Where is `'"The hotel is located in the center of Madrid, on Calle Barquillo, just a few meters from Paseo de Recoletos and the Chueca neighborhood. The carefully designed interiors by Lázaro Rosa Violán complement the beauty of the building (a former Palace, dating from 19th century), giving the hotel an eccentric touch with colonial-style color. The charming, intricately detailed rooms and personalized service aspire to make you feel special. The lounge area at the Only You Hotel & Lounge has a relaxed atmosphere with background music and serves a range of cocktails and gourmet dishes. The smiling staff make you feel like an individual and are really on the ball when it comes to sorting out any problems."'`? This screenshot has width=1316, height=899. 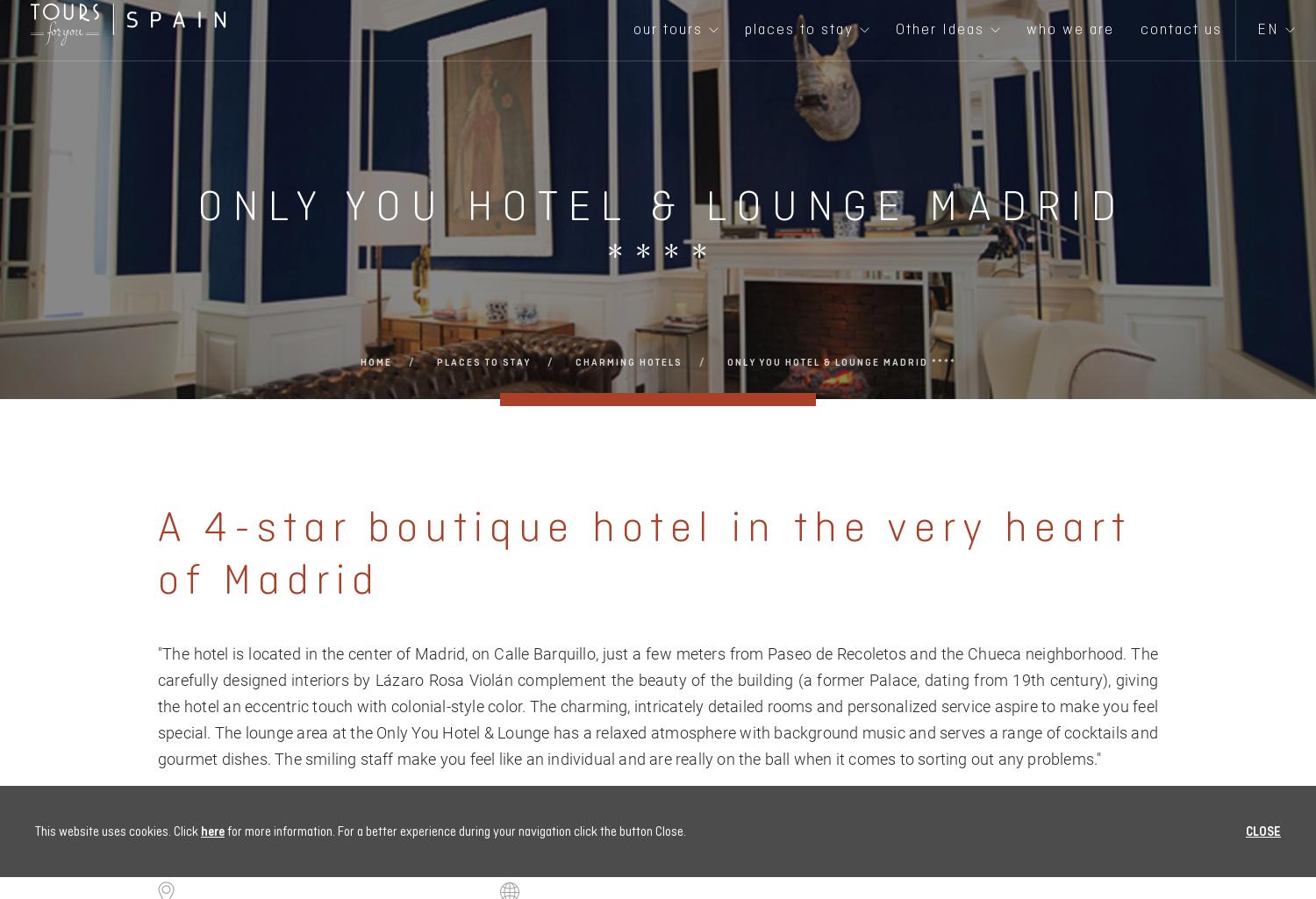 '"The hotel is located in the center of Madrid, on Calle Barquillo, just a few meters from Paseo de Recoletos and the Chueca neighborhood. The carefully designed interiors by Lázaro Rosa Violán complement the beauty of the building (a former Palace, dating from 19th century), giving the hotel an eccentric touch with colonial-style color. The charming, intricately detailed rooms and personalized service aspire to make you feel special. The lounge area at the Only You Hotel & Lounge has a relaxed atmosphere with background music and serves a range of cocktails and gourmet dishes. The smiling staff make you feel like an individual and are really on the ball when it comes to sorting out any problems."' is located at coordinates (658, 705).